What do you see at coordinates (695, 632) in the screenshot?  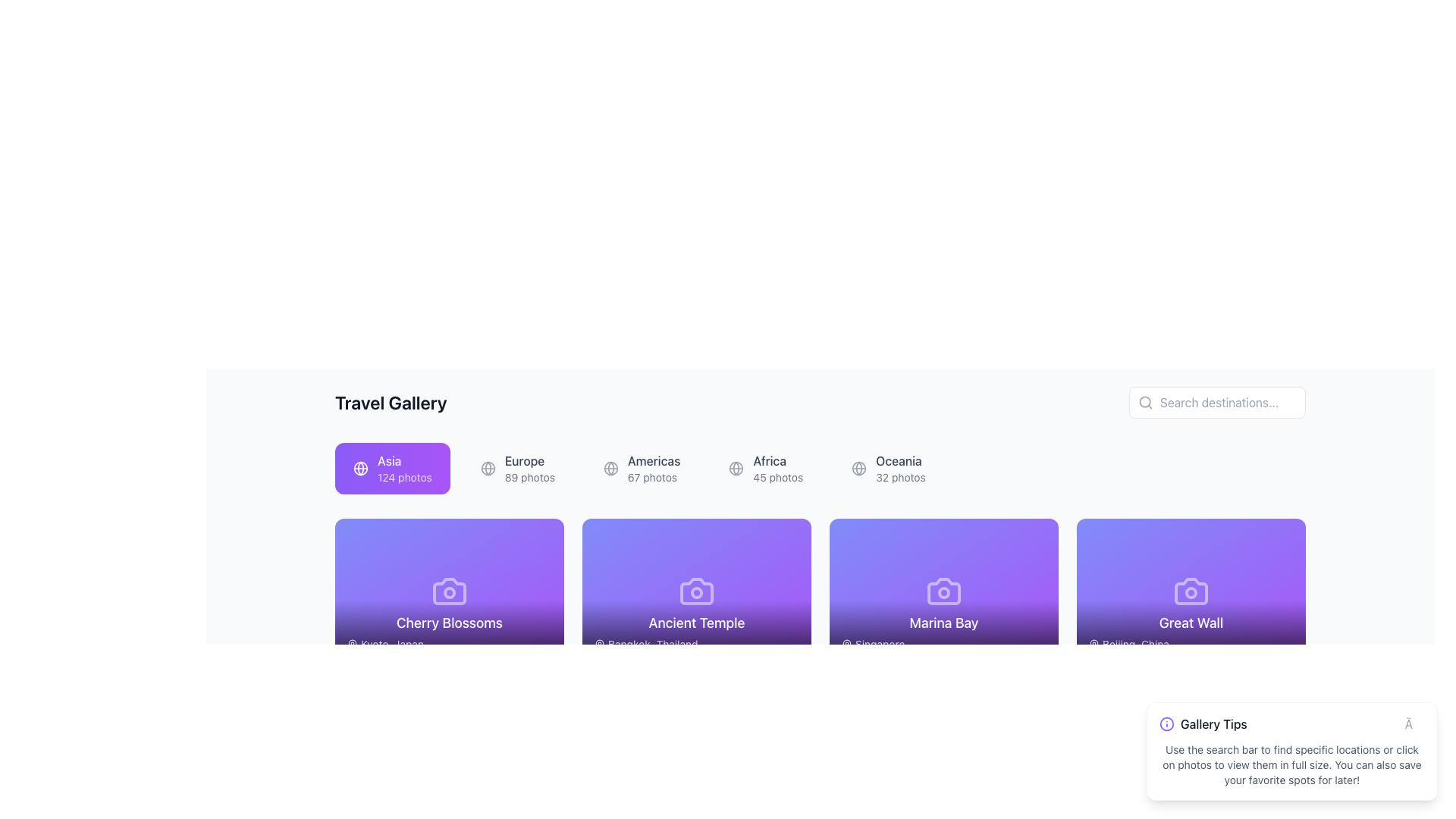 I see `text displayed on the Text Label that shows 'Ancient Temple' and its location at the bottom center of the card in the 'Travel Gallery' section` at bounding box center [695, 632].